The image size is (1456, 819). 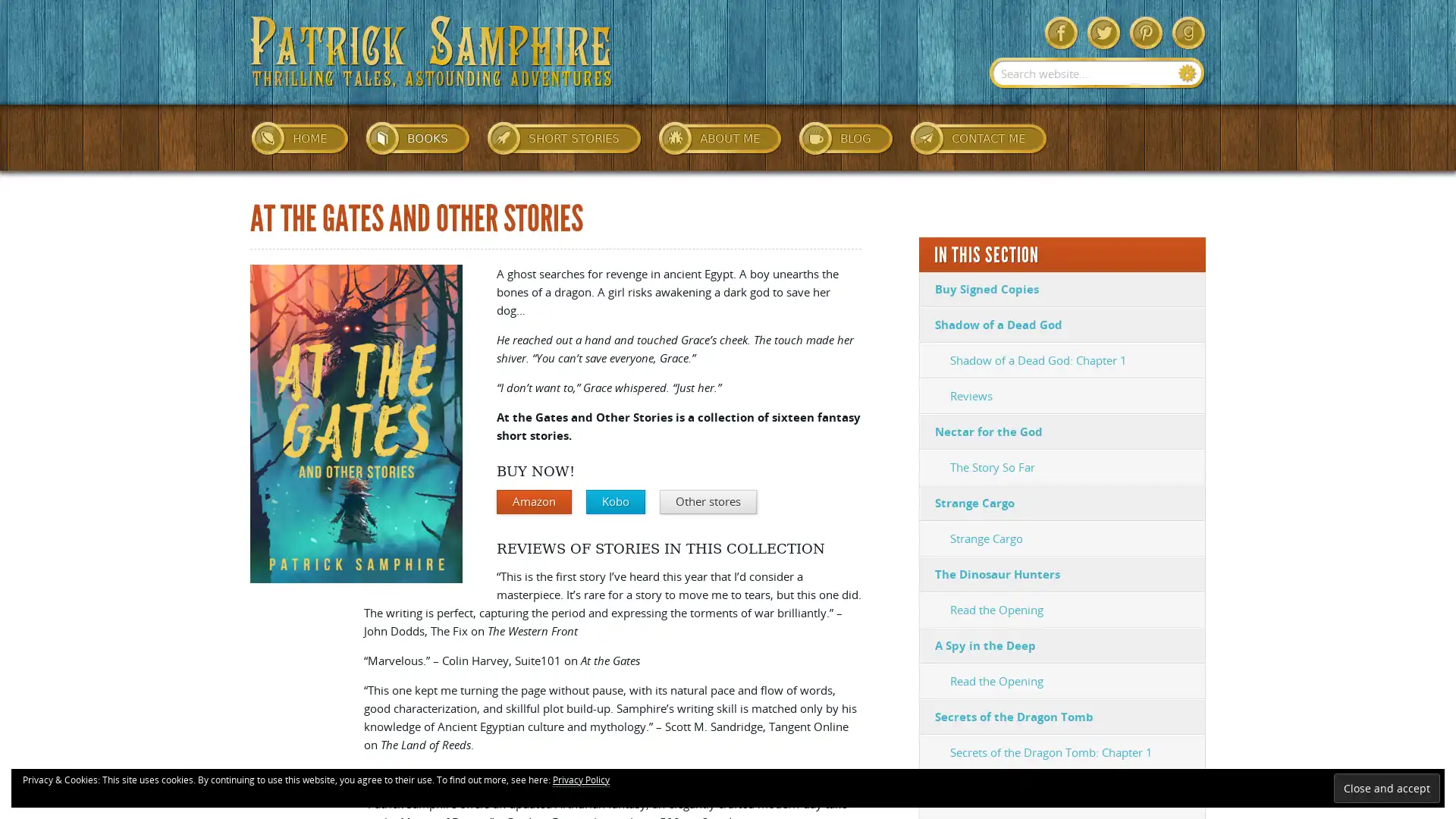 What do you see at coordinates (1187, 73) in the screenshot?
I see `Search` at bounding box center [1187, 73].